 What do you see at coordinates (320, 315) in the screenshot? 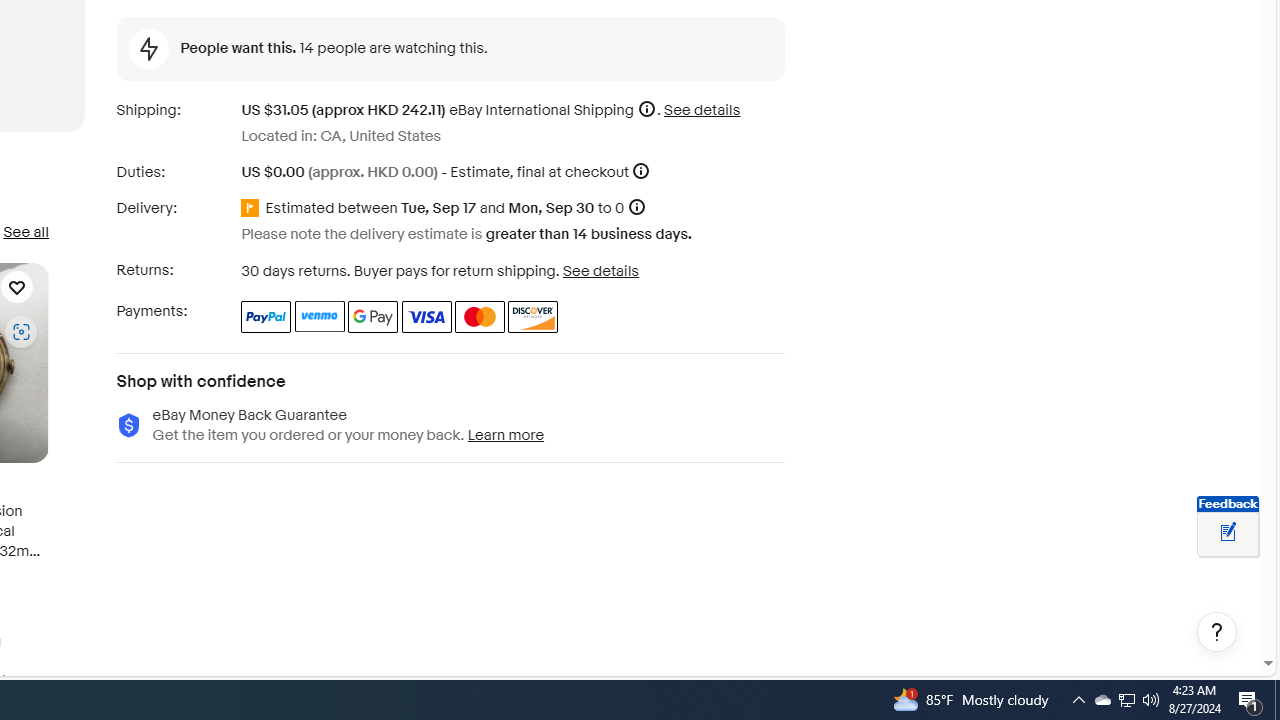
I see `'Venmo'` at bounding box center [320, 315].